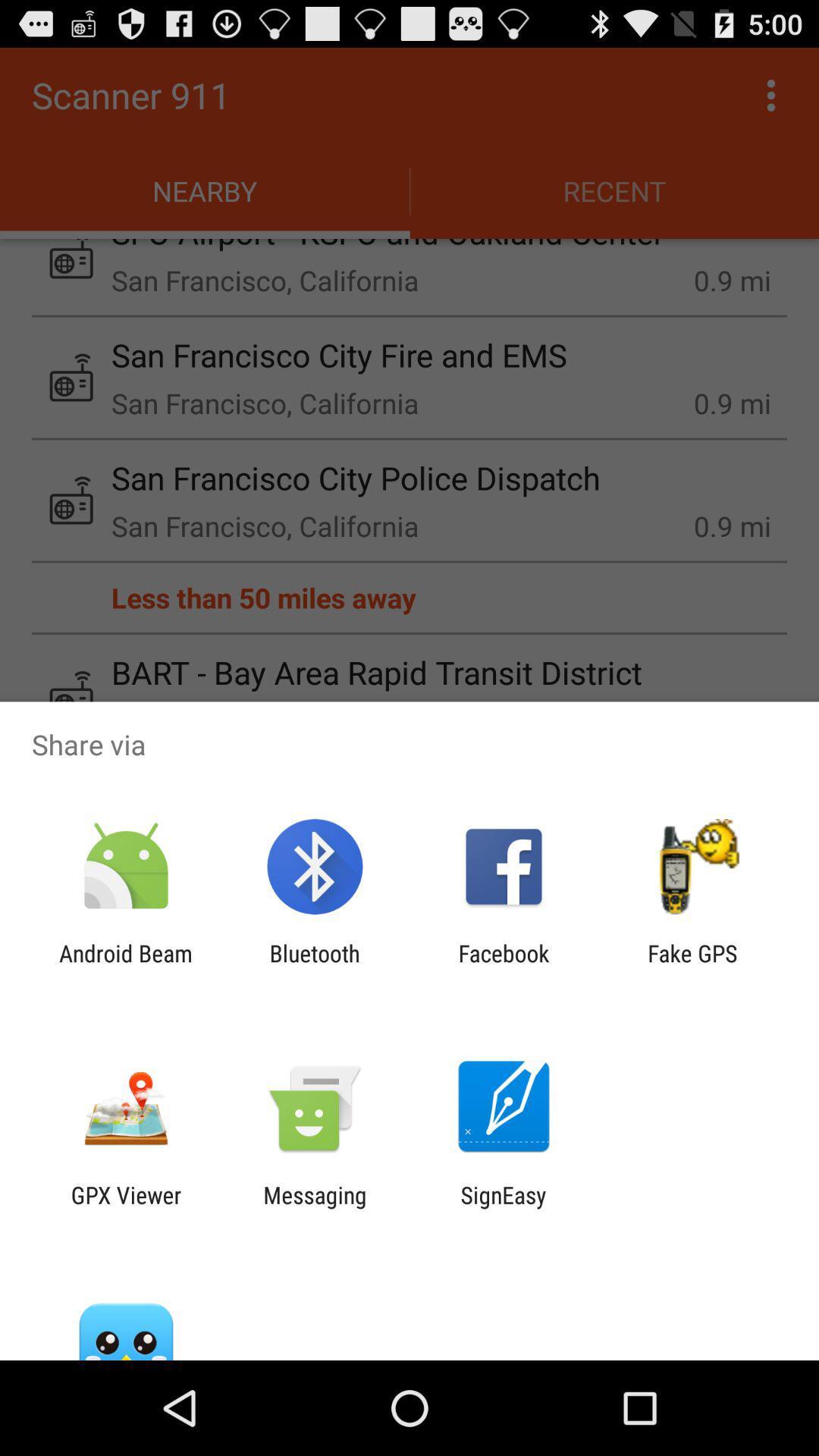 The height and width of the screenshot is (1456, 819). I want to click on the android beam icon, so click(125, 966).